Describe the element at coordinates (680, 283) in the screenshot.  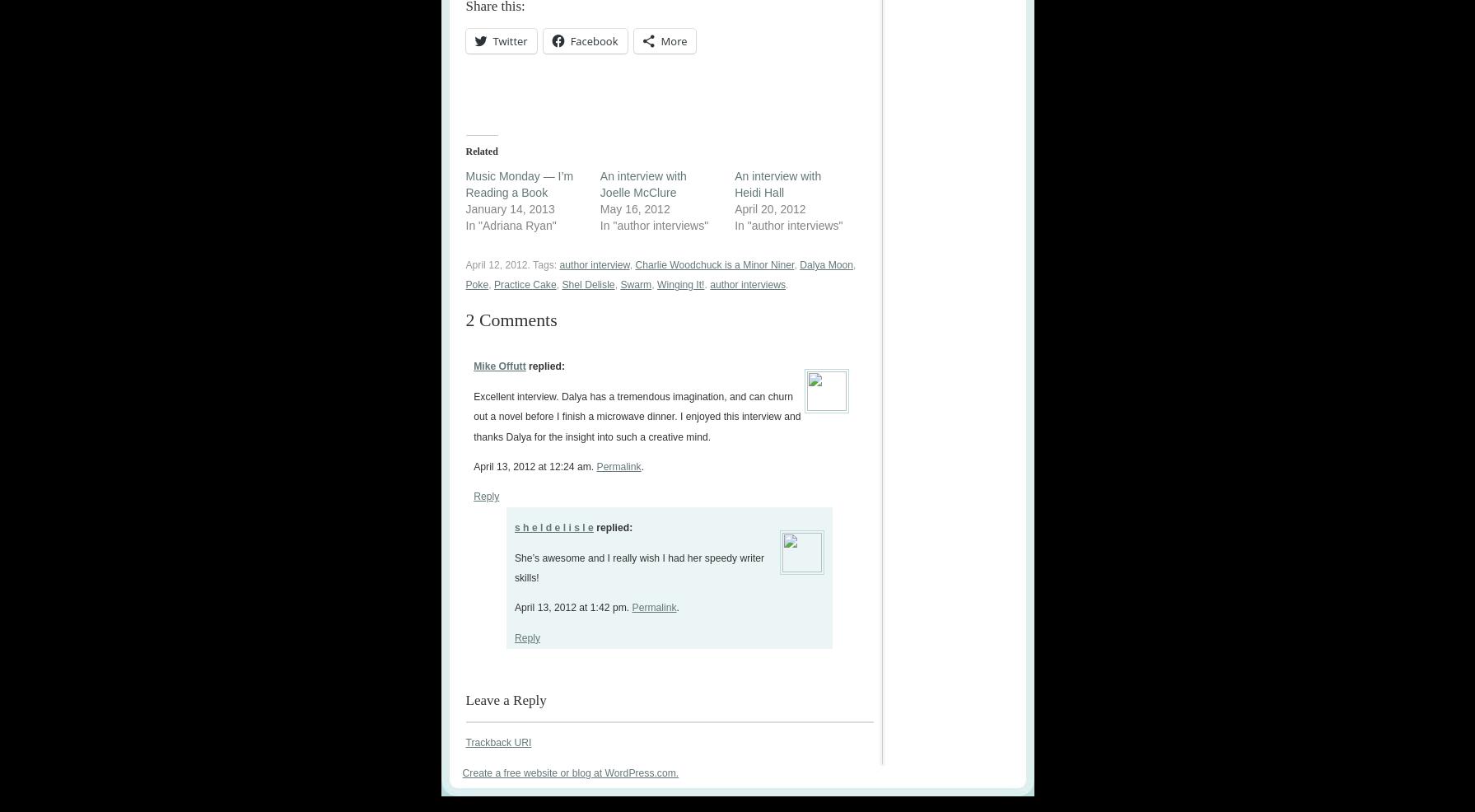
I see `'Winging It!'` at that location.